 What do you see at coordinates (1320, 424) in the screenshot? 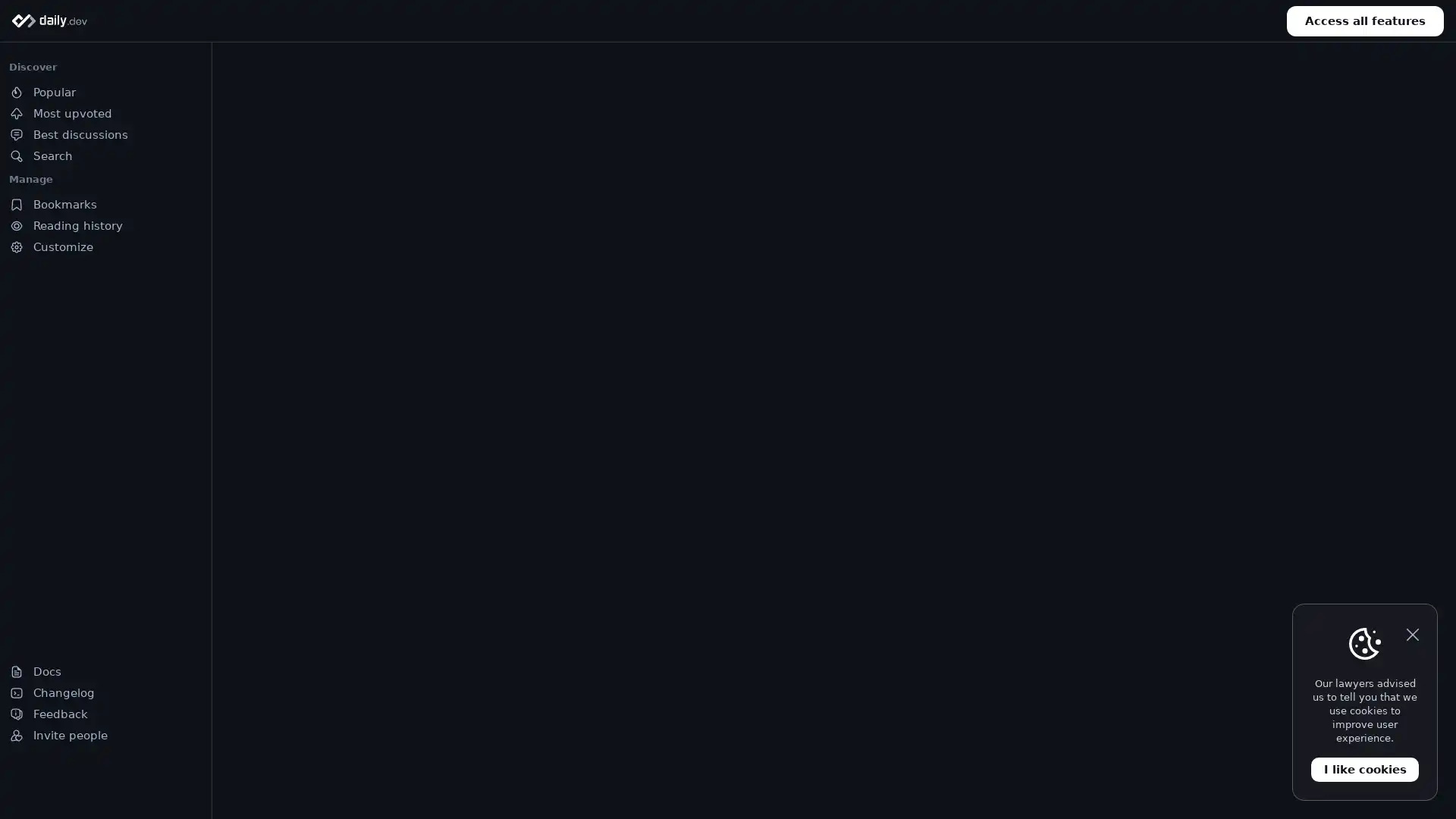
I see `Bookmark` at bounding box center [1320, 424].